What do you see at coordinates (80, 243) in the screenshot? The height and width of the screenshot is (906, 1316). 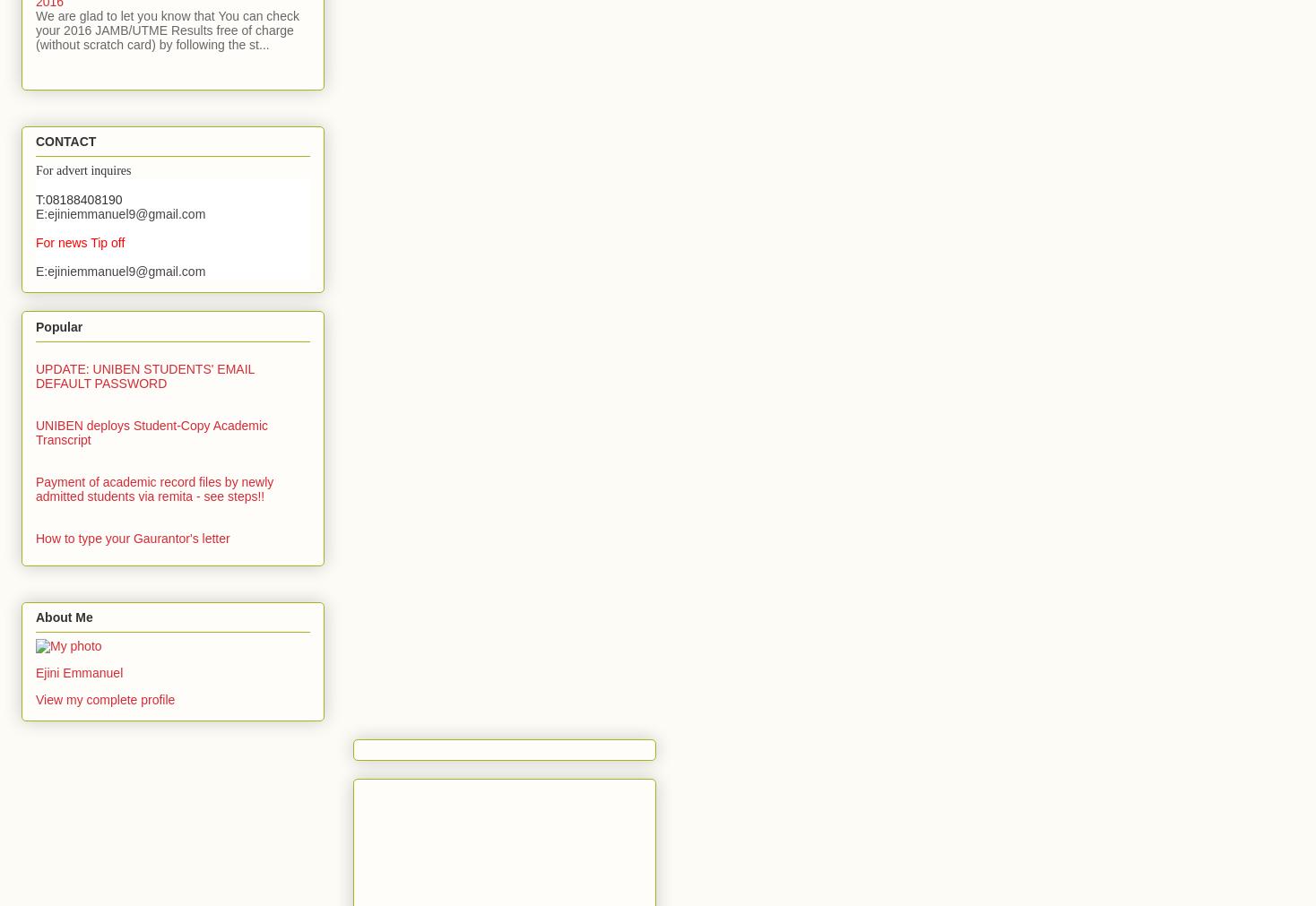 I see `'For news Tip off'` at bounding box center [80, 243].